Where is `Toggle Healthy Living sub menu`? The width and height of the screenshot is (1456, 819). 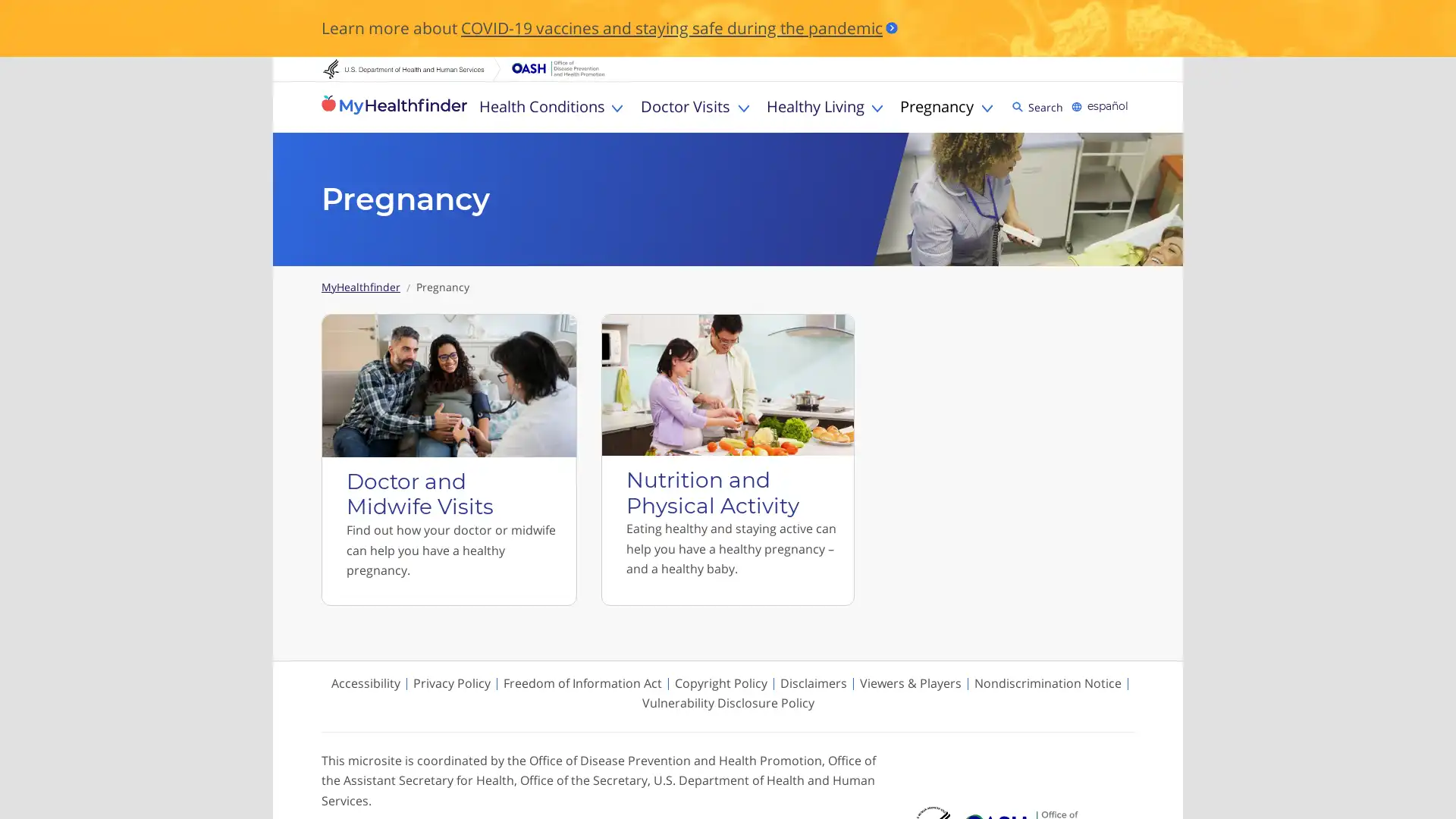
Toggle Healthy Living sub menu is located at coordinates (877, 106).